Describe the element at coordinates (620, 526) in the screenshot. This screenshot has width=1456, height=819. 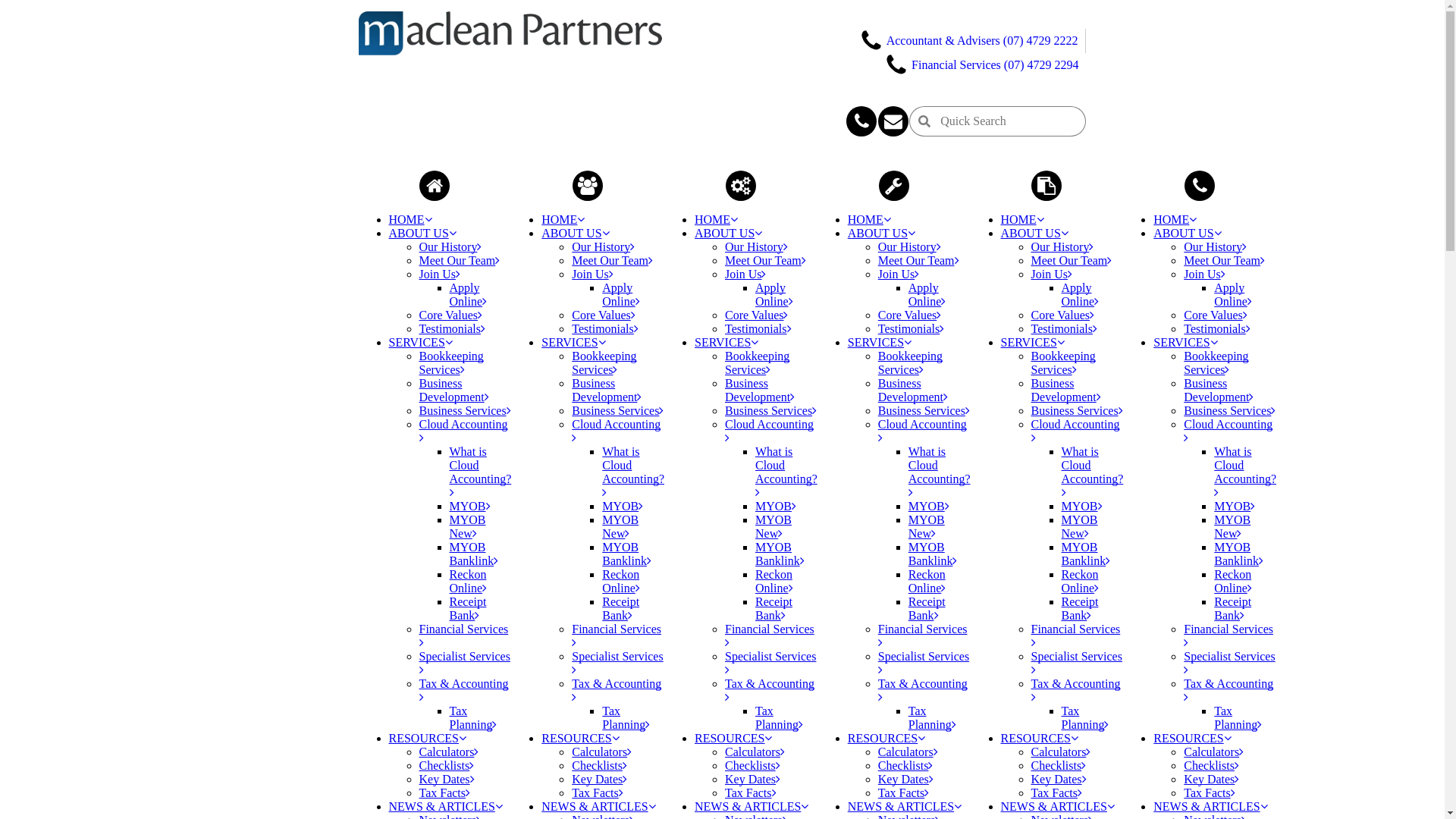
I see `'MYOB New'` at that location.